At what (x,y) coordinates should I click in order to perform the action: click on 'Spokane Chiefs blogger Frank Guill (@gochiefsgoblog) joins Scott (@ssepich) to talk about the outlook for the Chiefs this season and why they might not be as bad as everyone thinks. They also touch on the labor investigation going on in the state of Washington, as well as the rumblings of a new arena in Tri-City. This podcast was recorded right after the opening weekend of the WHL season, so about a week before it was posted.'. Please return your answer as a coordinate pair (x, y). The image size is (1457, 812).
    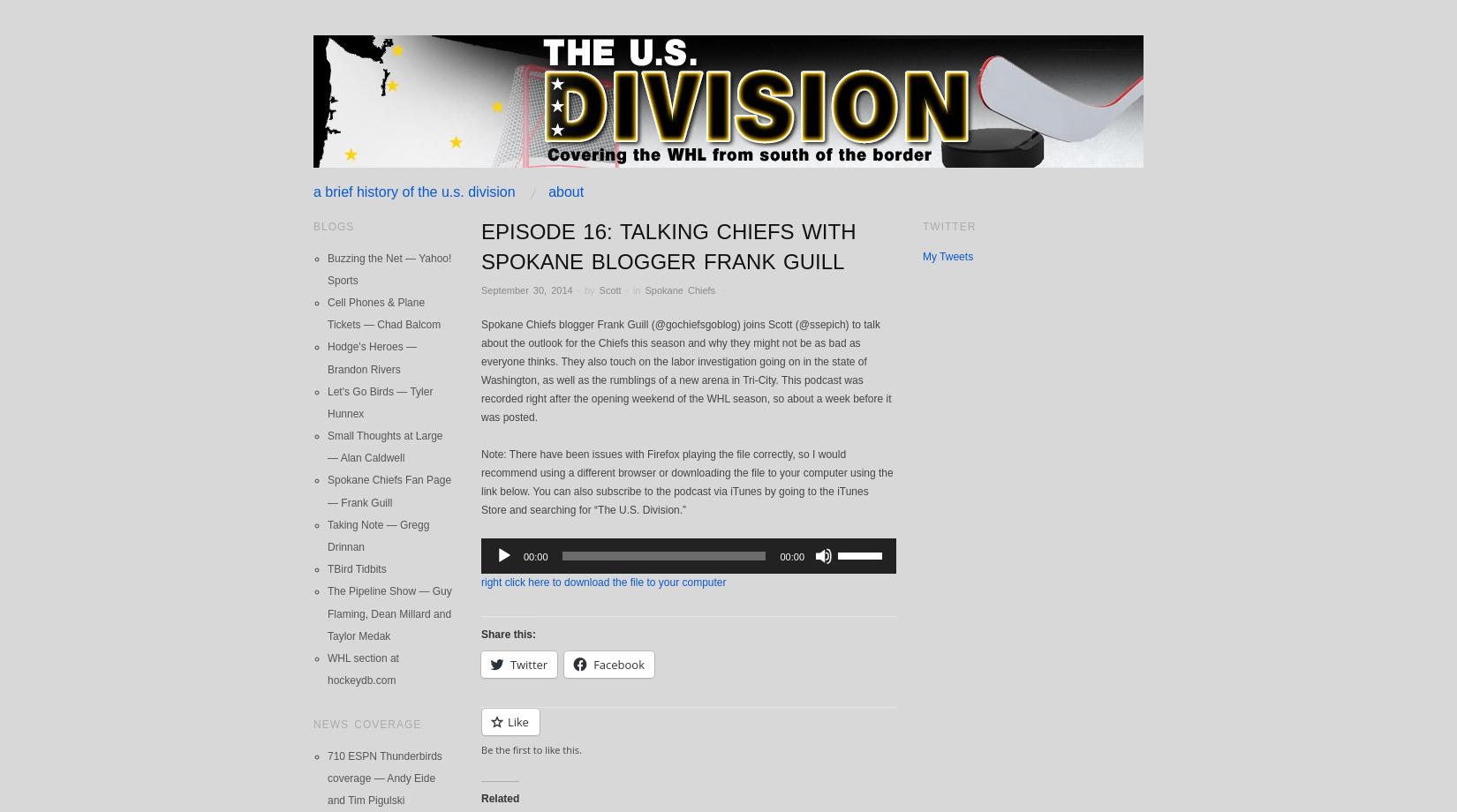
    Looking at the image, I should click on (684, 369).